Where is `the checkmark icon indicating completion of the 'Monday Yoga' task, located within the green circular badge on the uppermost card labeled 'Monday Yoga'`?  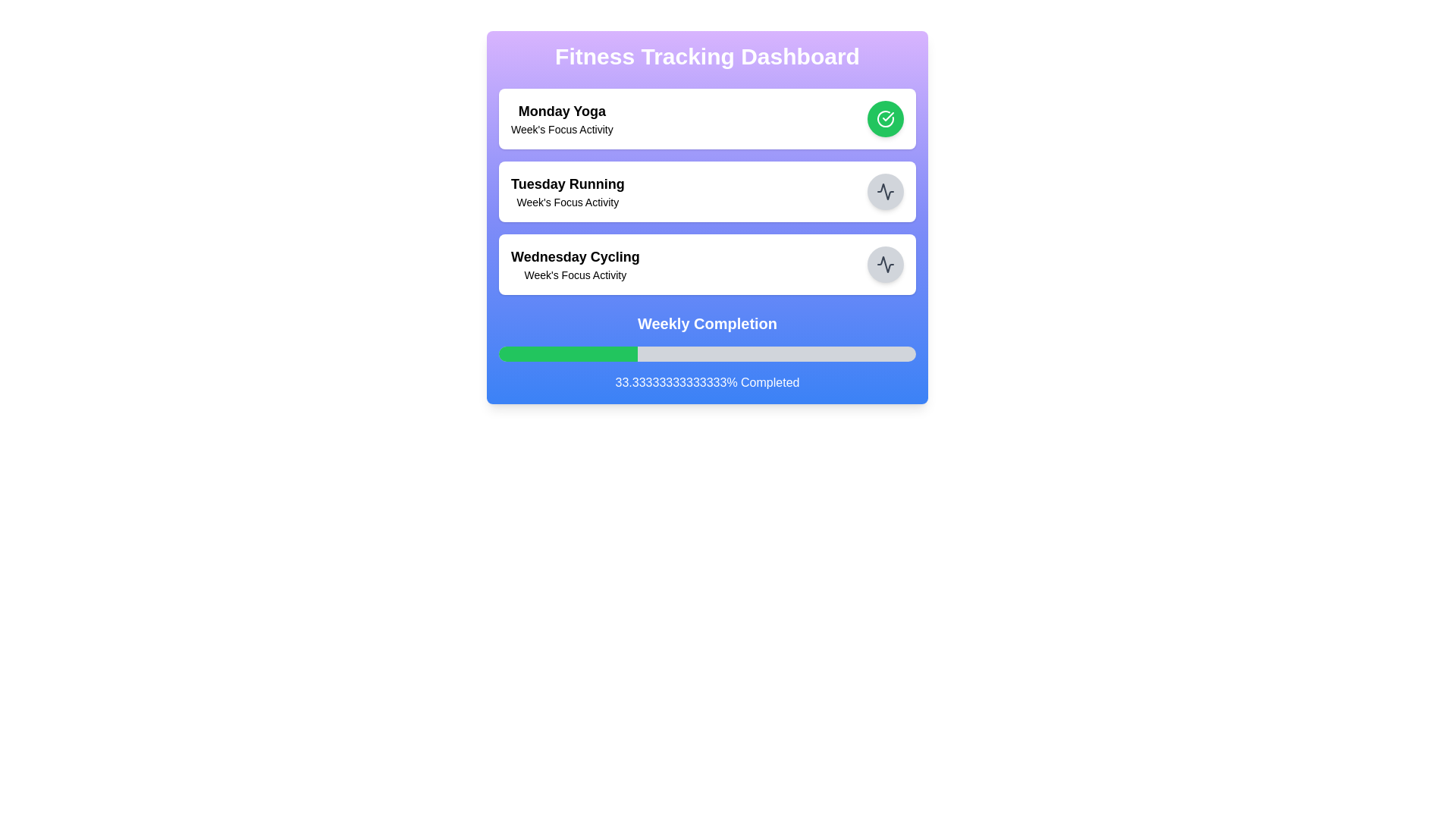 the checkmark icon indicating completion of the 'Monday Yoga' task, located within the green circular badge on the uppermost card labeled 'Monday Yoga' is located at coordinates (888, 116).